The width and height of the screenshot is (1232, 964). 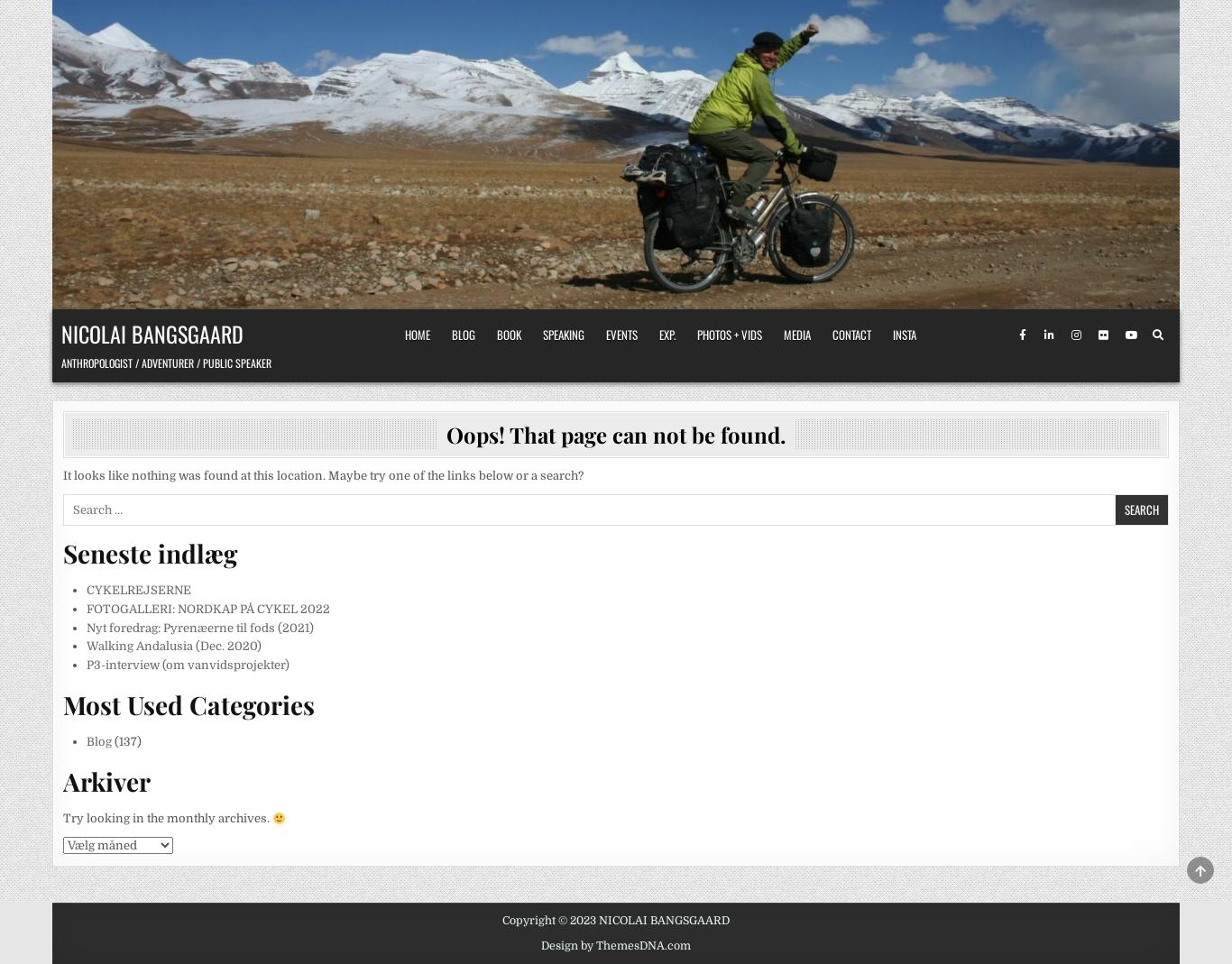 I want to click on 'Speaking', so click(x=561, y=335).